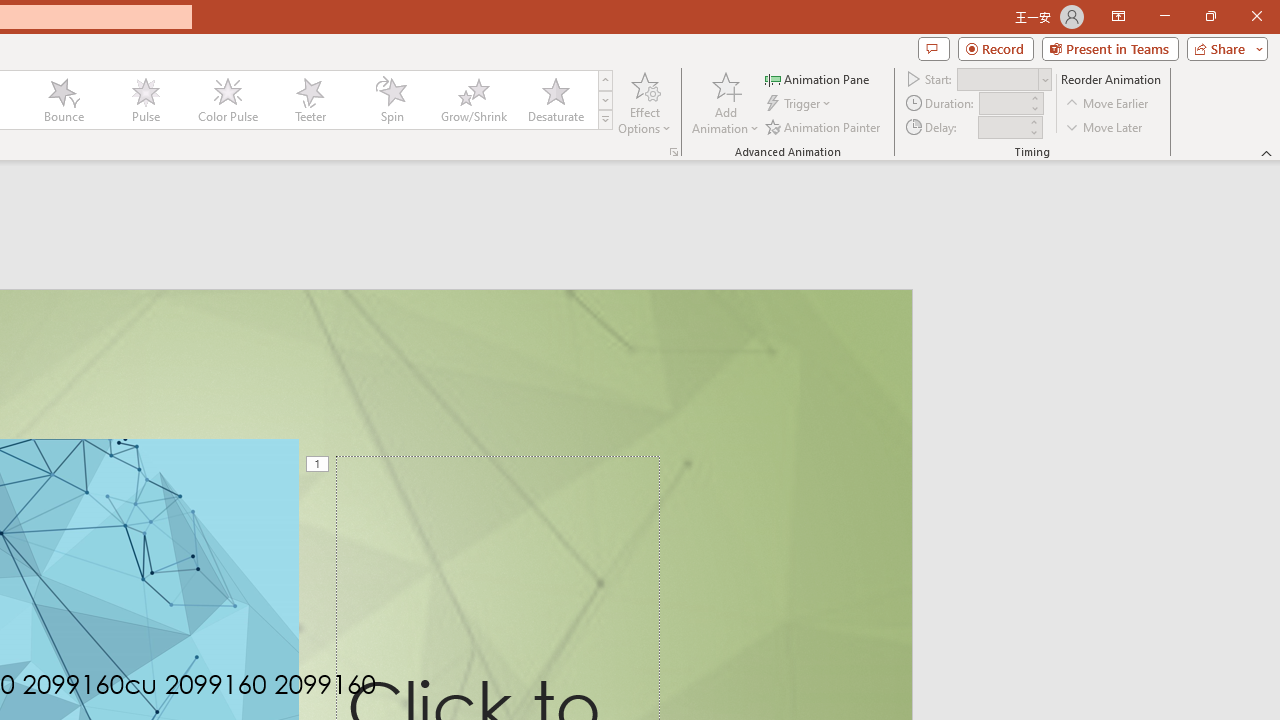  What do you see at coordinates (645, 103) in the screenshot?
I see `'Effect Options'` at bounding box center [645, 103].